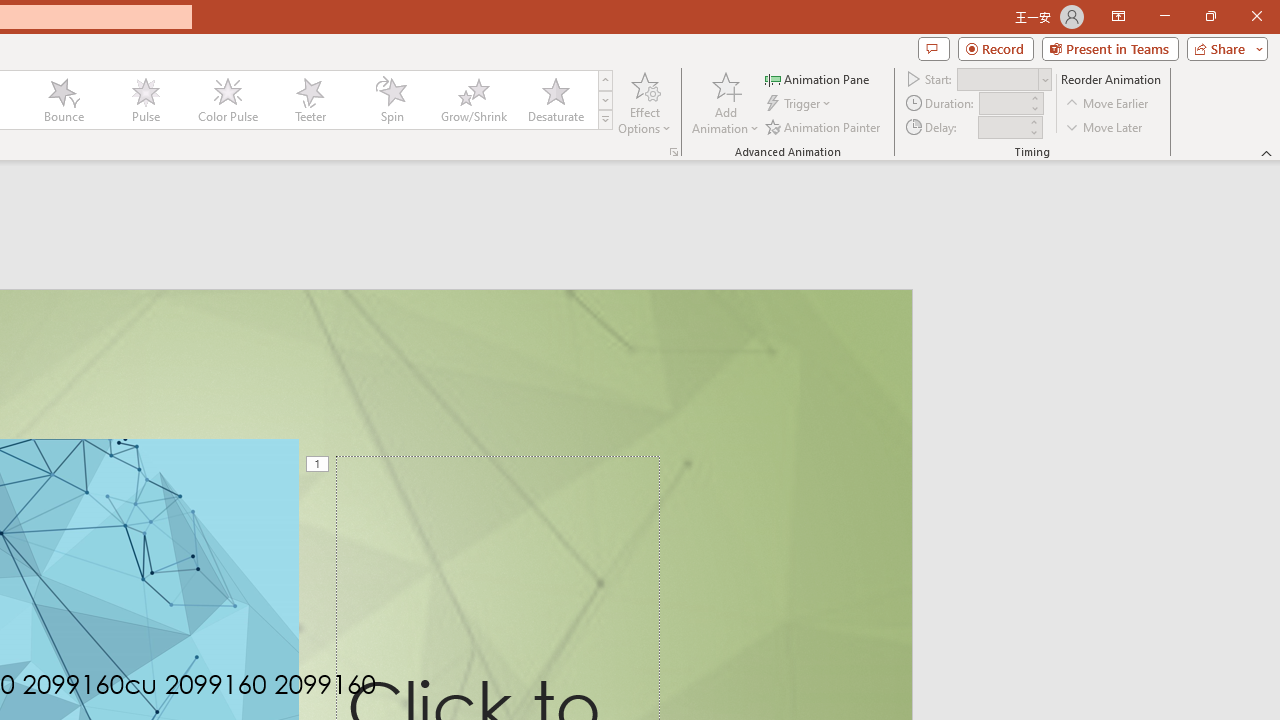  What do you see at coordinates (645, 103) in the screenshot?
I see `'Effect Options'` at bounding box center [645, 103].